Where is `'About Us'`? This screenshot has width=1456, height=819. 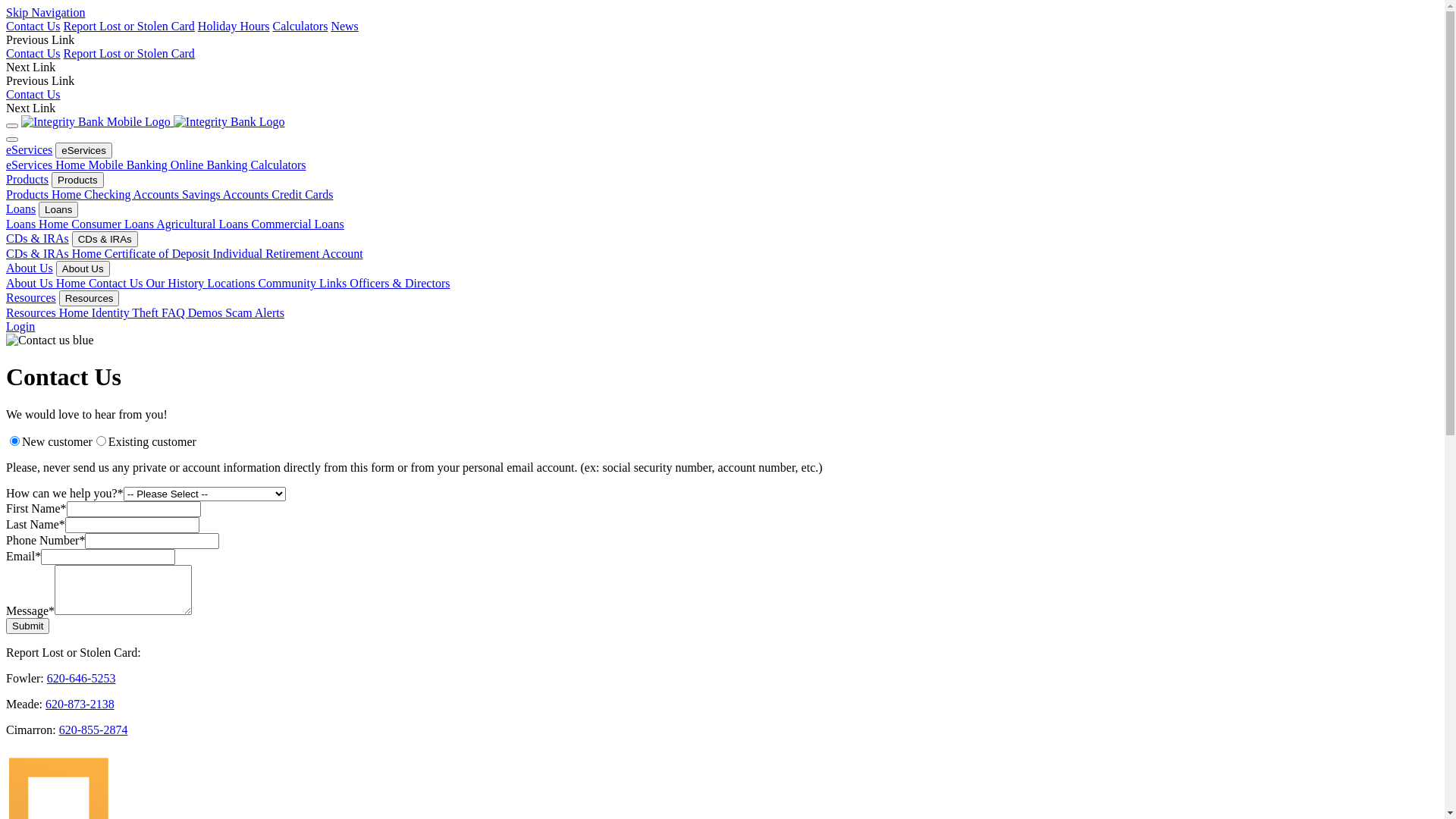 'About Us' is located at coordinates (29, 267).